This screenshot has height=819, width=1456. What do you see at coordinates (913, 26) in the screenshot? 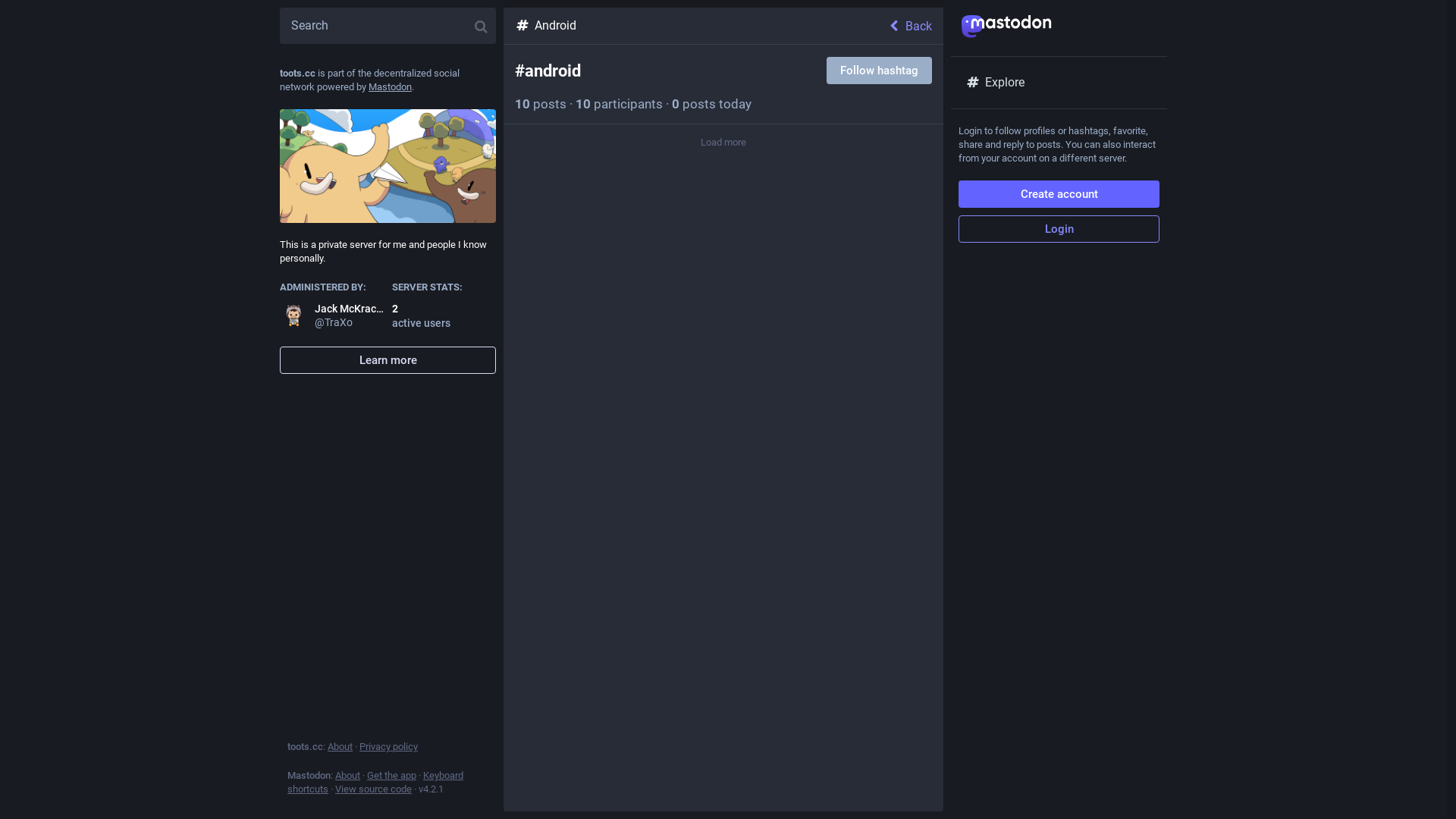
I see `'Back'` at bounding box center [913, 26].